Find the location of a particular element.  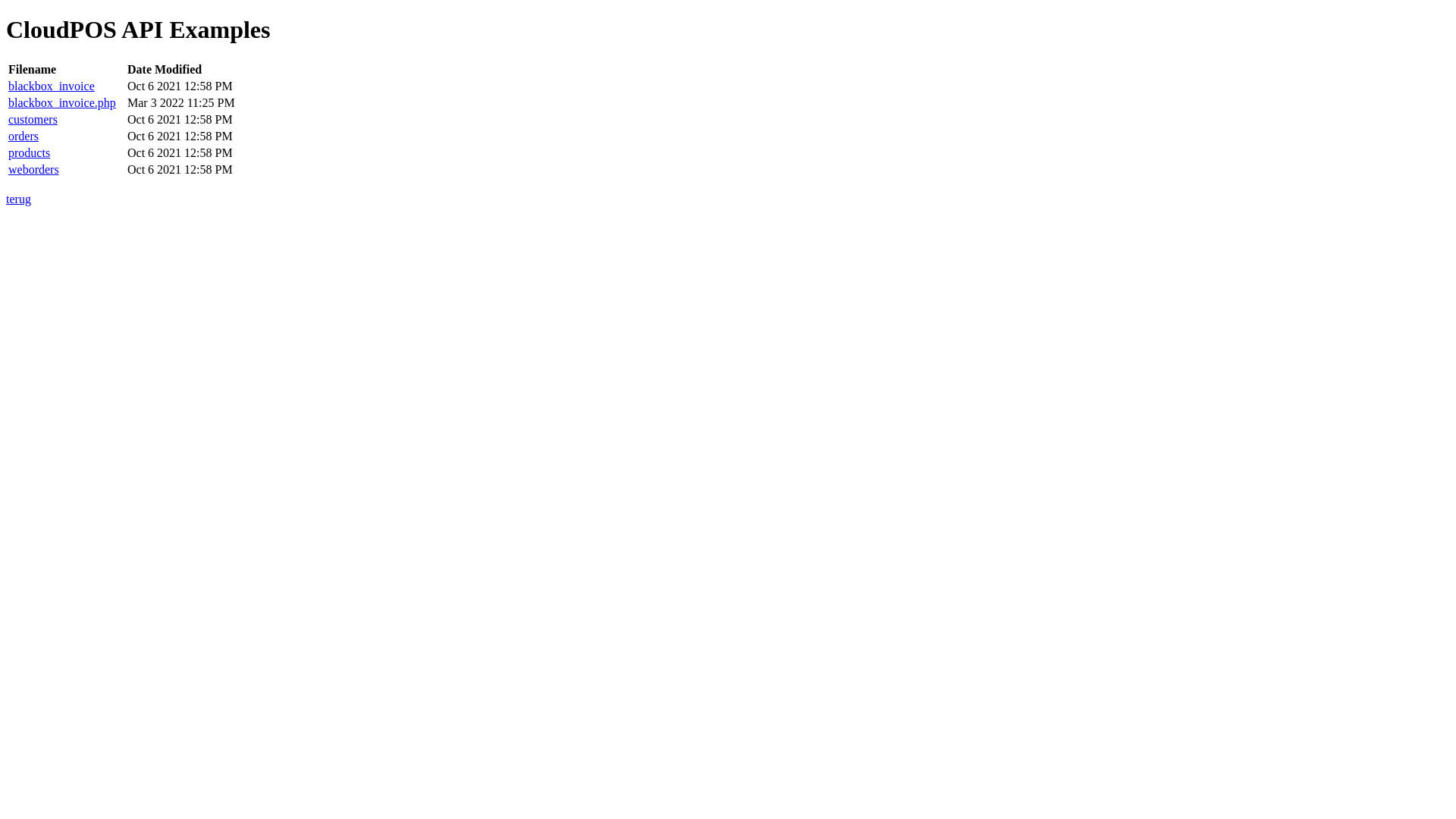

'blackbox_invoice.php' is located at coordinates (61, 102).